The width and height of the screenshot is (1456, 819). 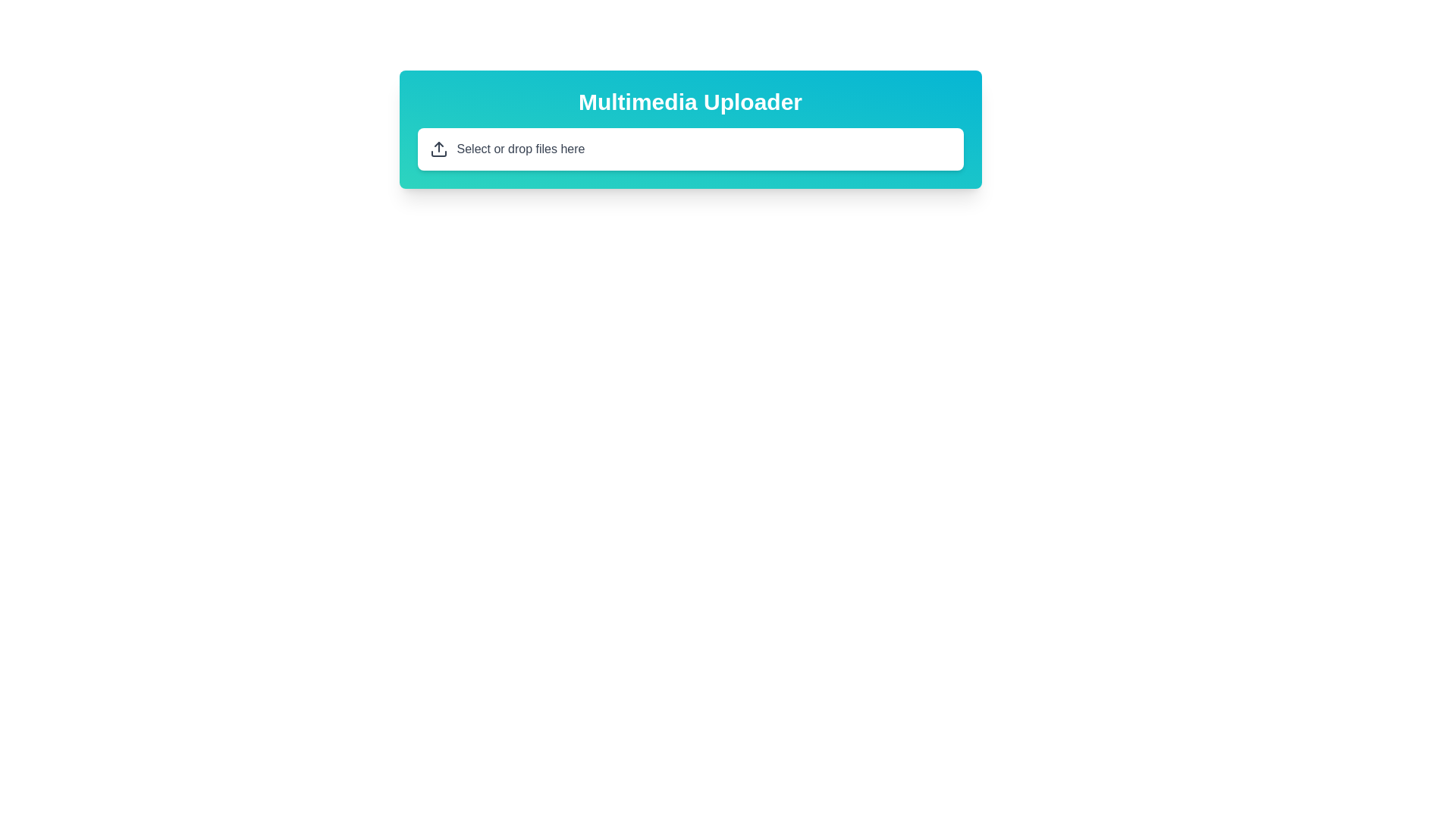 What do you see at coordinates (438, 149) in the screenshot?
I see `the upload icon, which is styled as an arrow pointing upwards into a box, located on the left side of the interactive area containing the text 'Select or drop files here.'` at bounding box center [438, 149].